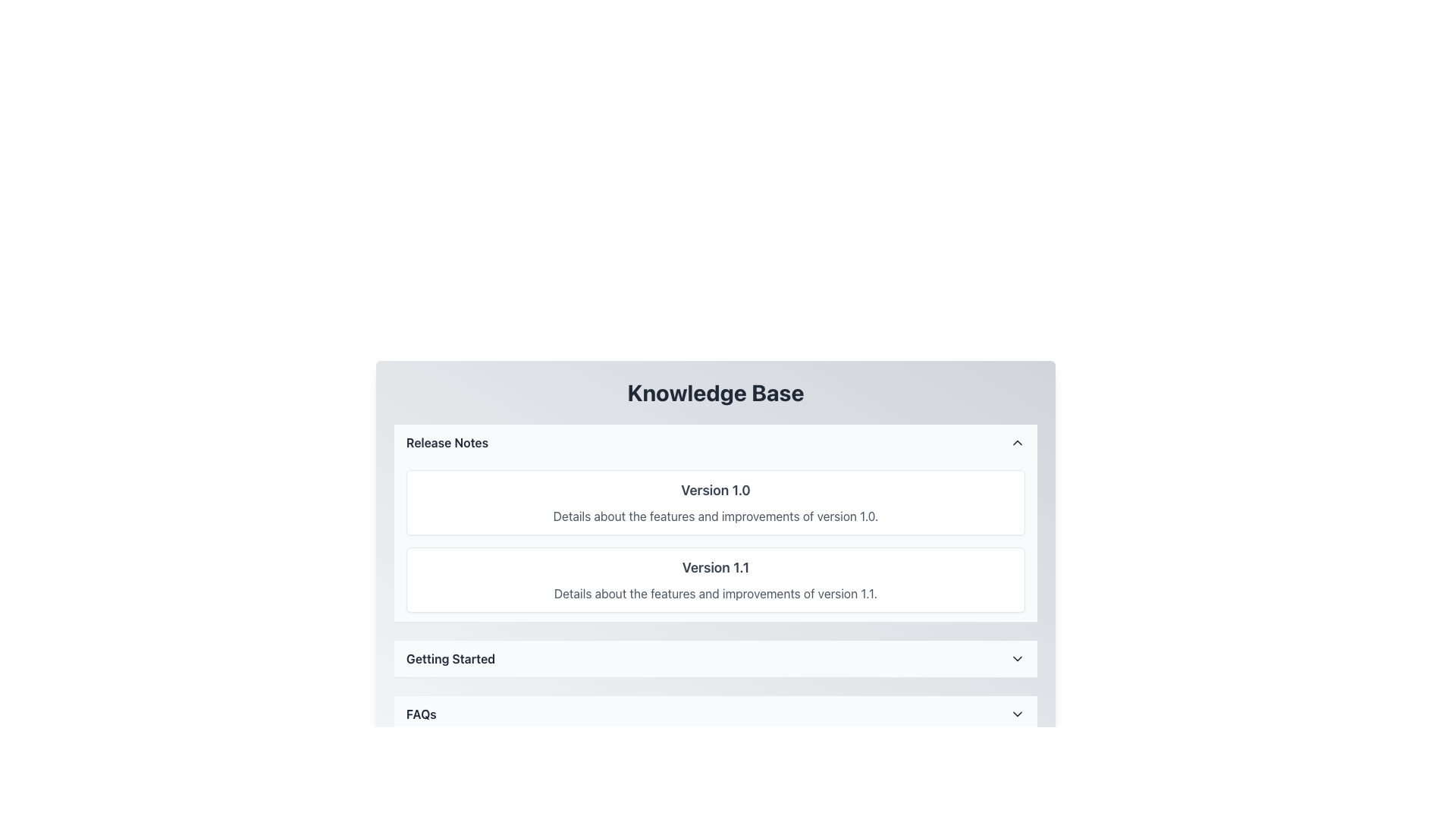 This screenshot has width=1456, height=819. I want to click on the 'FAQs' Collapsible Section Header, so click(715, 714).